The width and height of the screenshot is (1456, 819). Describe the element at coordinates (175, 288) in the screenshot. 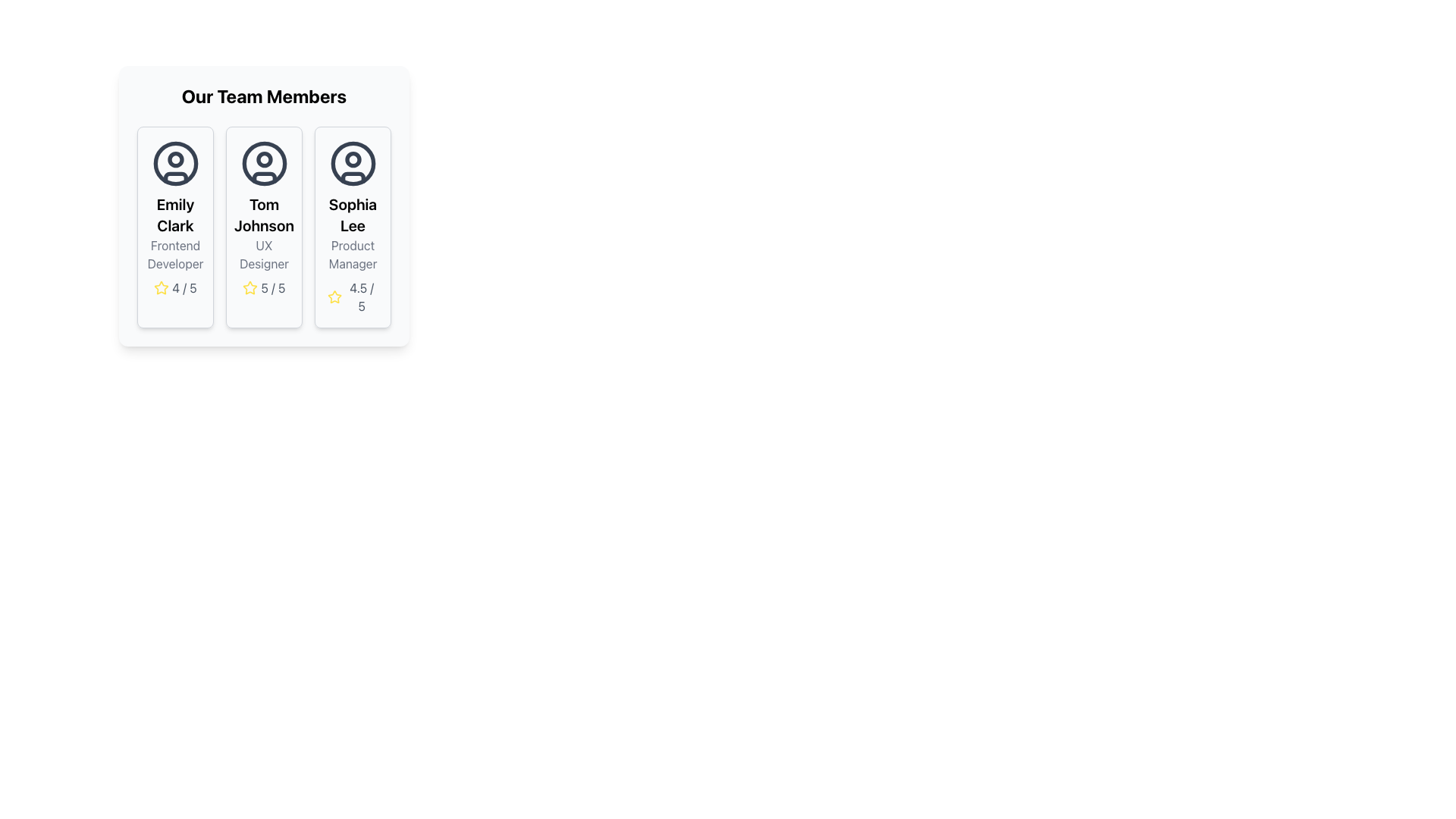

I see `rating display consisting of a star symbol and the numerical rating '4 / 5' located below Emily Clark's name in the 'Our Team Members' section` at that location.